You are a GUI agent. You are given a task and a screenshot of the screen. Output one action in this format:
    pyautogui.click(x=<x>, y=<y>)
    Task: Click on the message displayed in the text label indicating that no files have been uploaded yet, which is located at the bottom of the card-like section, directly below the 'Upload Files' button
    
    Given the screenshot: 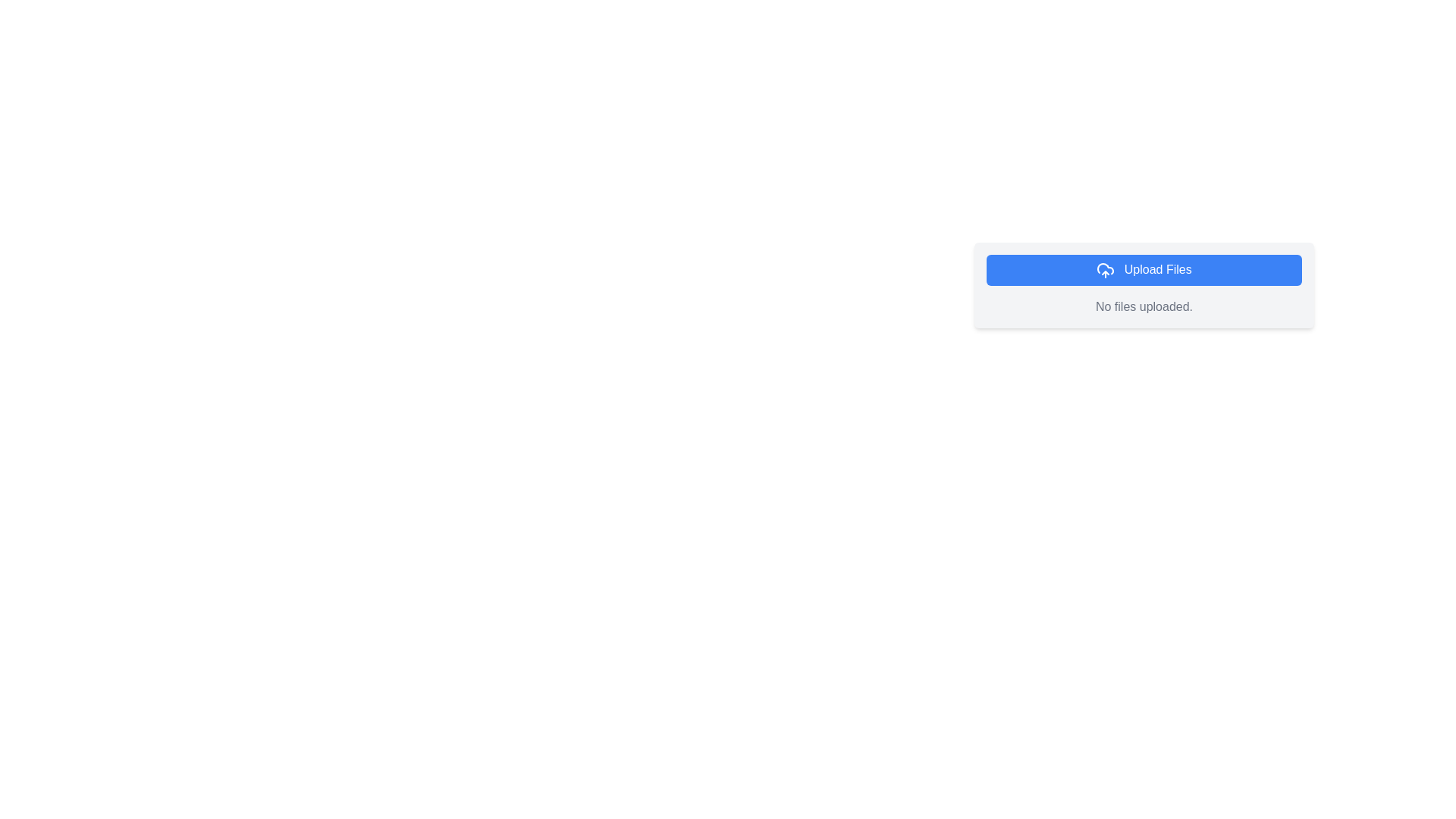 What is the action you would take?
    pyautogui.click(x=1144, y=306)
    